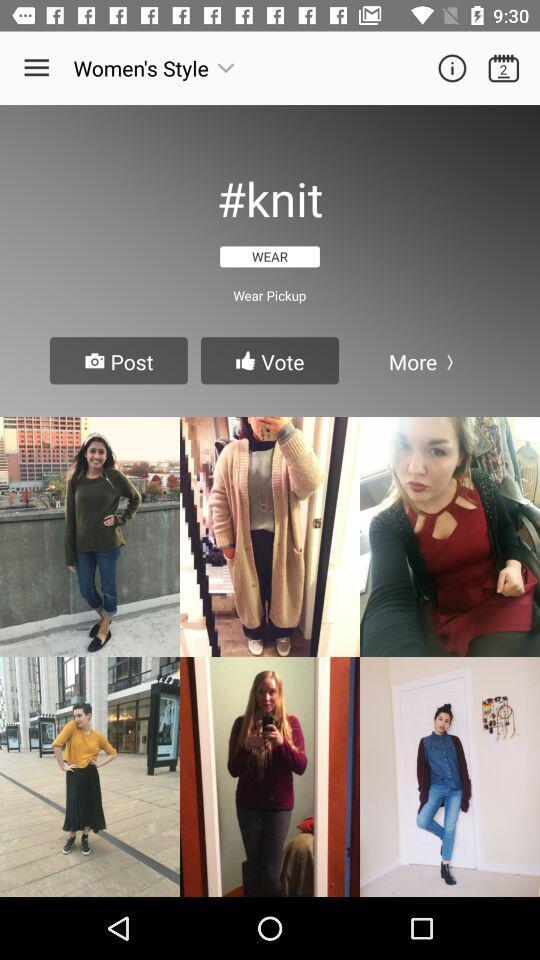 The width and height of the screenshot is (540, 960). I want to click on open calendar, so click(502, 68).